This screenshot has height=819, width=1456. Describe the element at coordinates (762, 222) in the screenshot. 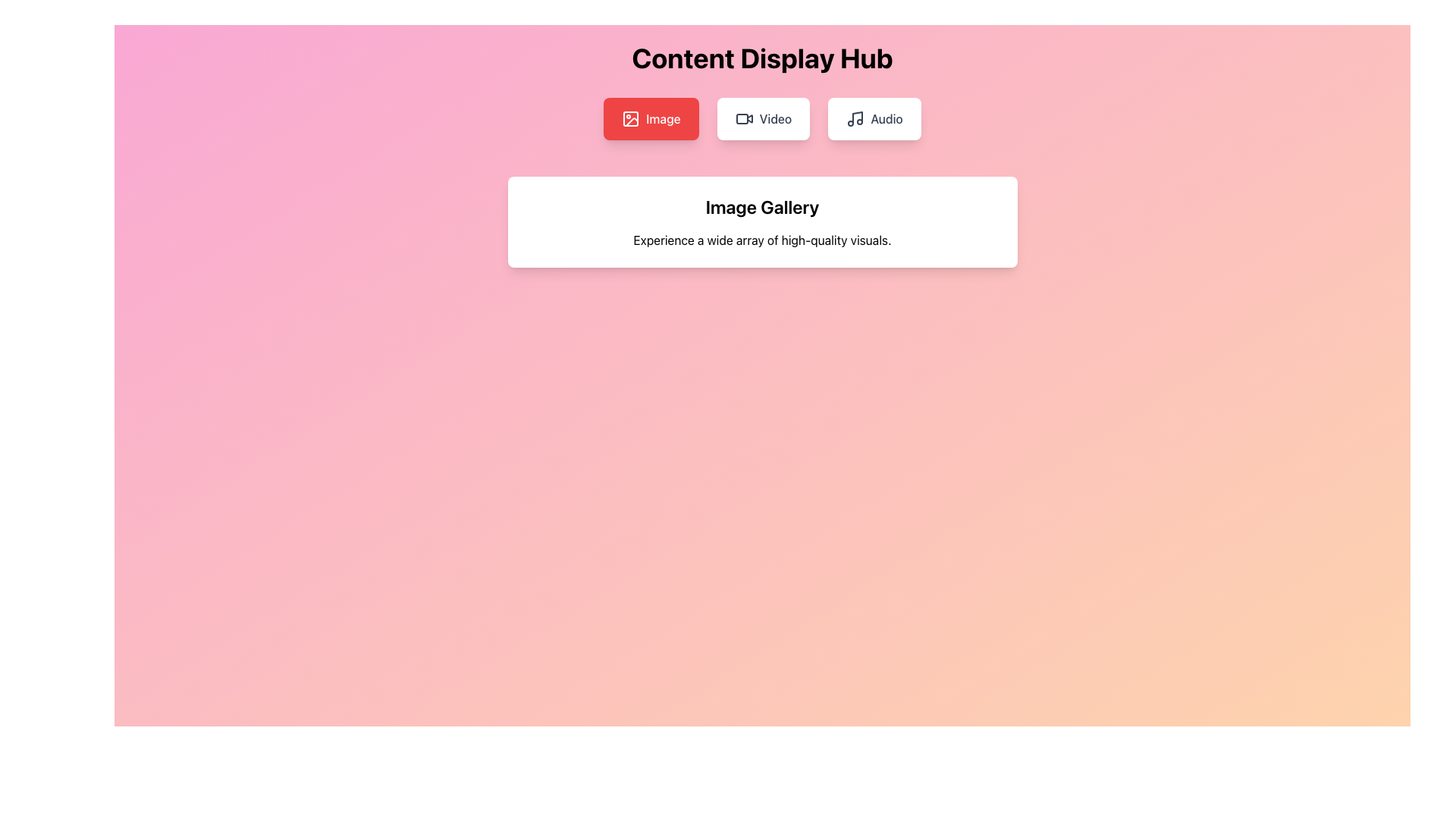

I see `the Informational panel that introduces the 'Image Gallery', located centrally below the main title 'Content Display Hub' and the interactive options 'Image', 'Video', and 'Audio'` at that location.